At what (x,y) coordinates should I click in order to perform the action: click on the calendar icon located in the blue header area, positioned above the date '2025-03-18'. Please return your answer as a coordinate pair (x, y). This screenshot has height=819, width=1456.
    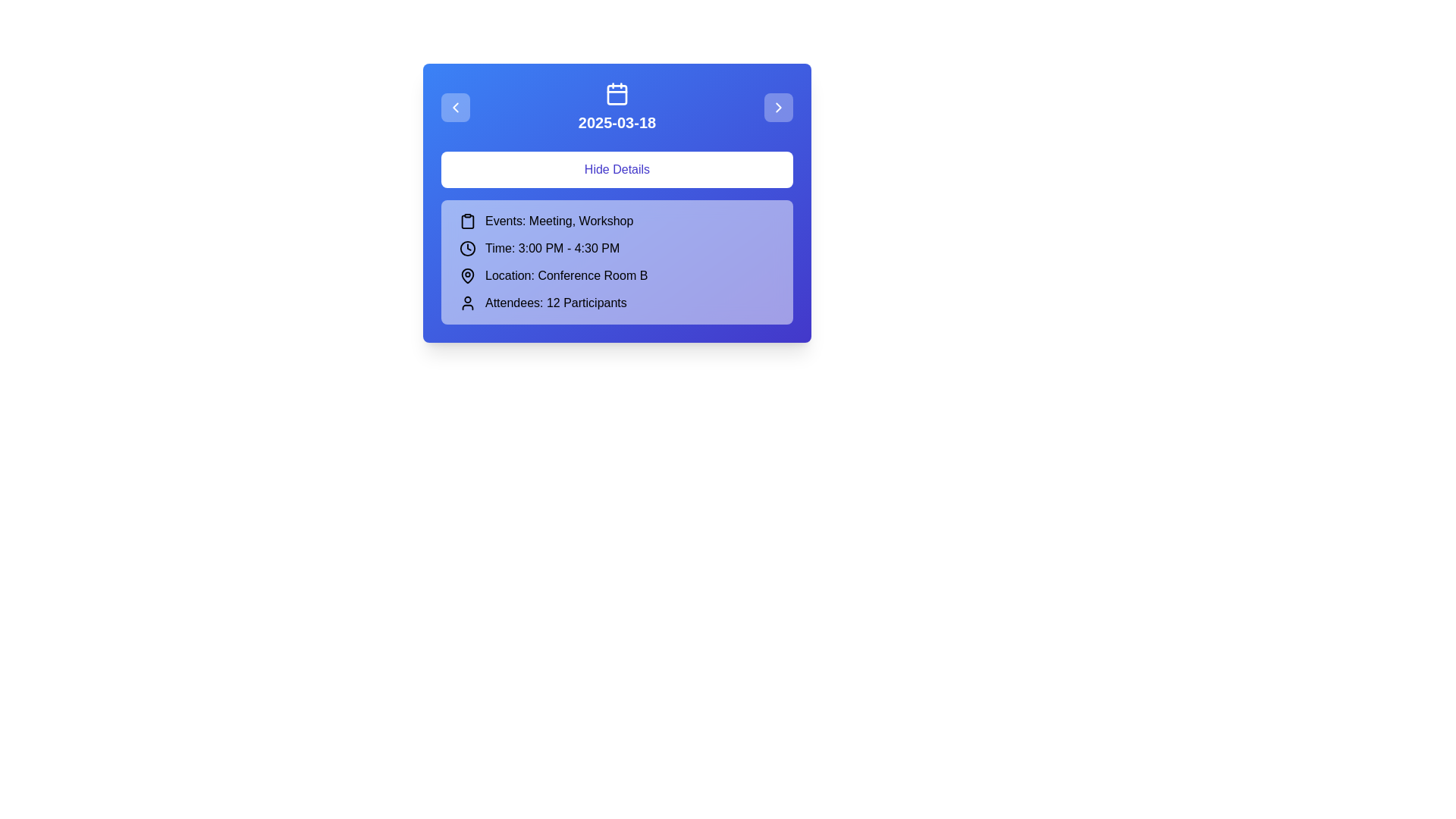
    Looking at the image, I should click on (617, 93).